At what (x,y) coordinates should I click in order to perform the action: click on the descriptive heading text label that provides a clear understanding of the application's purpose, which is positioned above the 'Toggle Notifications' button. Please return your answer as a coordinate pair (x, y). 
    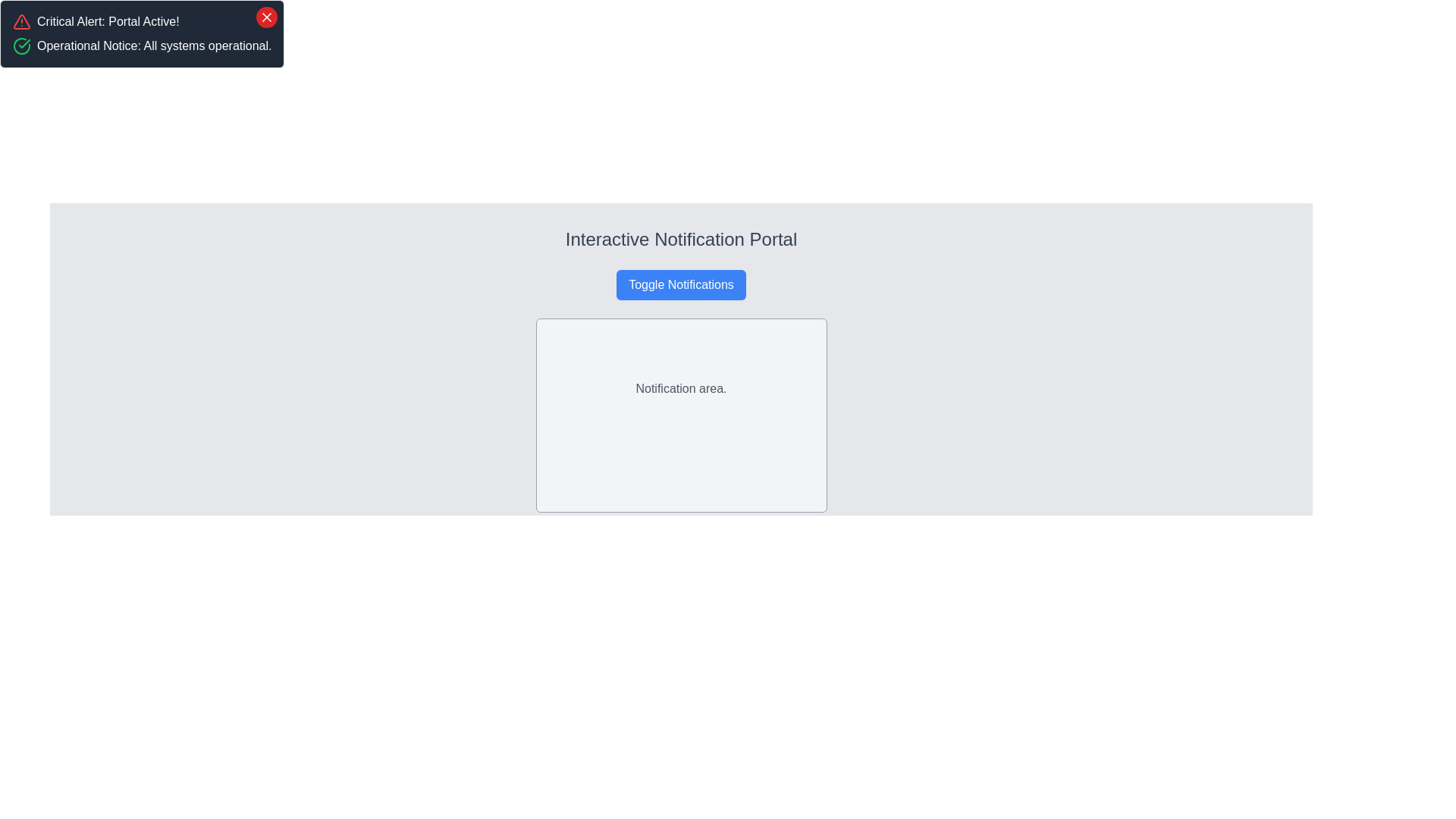
    Looking at the image, I should click on (680, 239).